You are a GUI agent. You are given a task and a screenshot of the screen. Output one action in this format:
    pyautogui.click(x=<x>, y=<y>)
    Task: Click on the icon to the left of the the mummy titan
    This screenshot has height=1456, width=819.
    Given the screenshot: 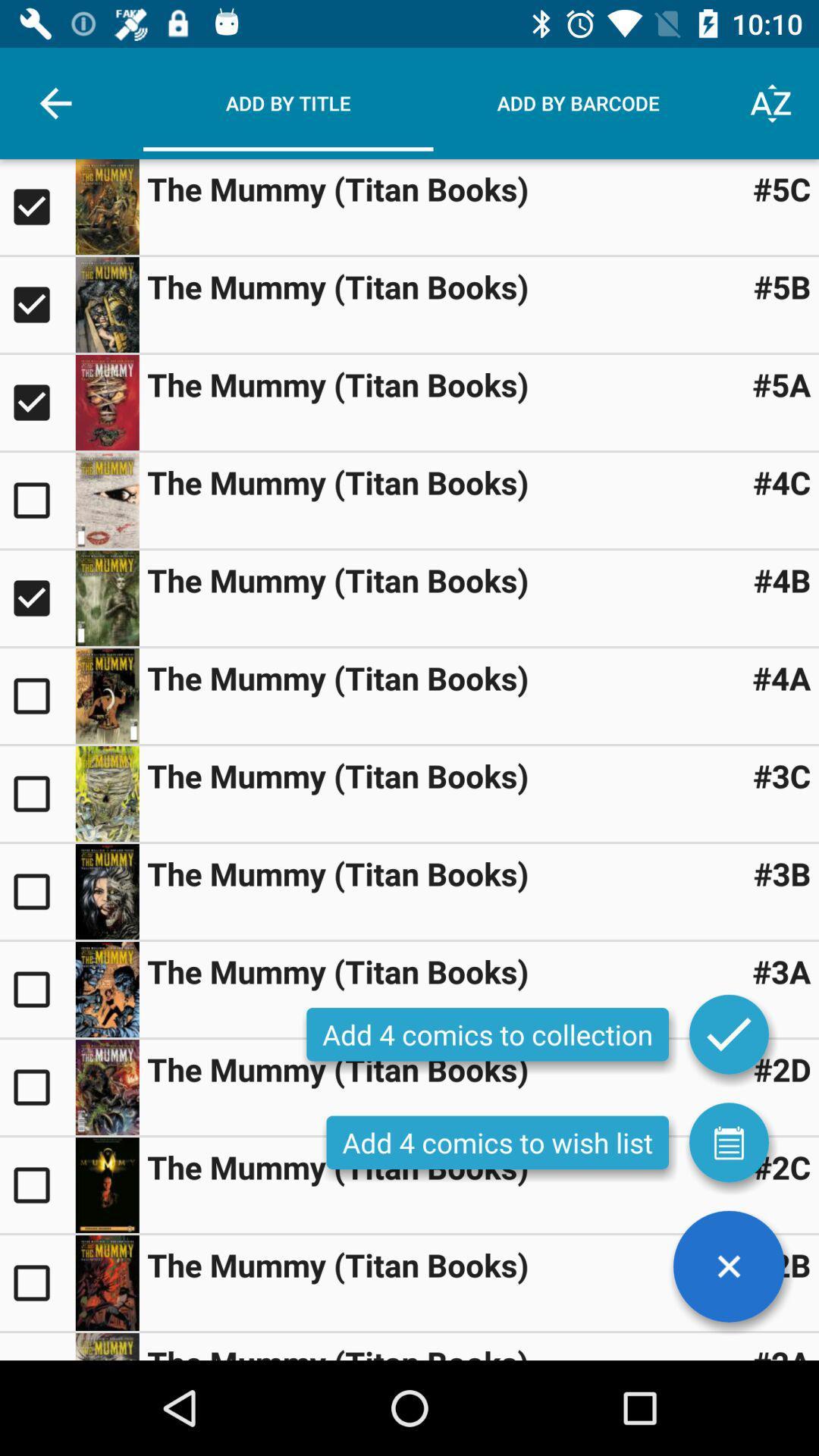 What is the action you would take?
    pyautogui.click(x=55, y=102)
    